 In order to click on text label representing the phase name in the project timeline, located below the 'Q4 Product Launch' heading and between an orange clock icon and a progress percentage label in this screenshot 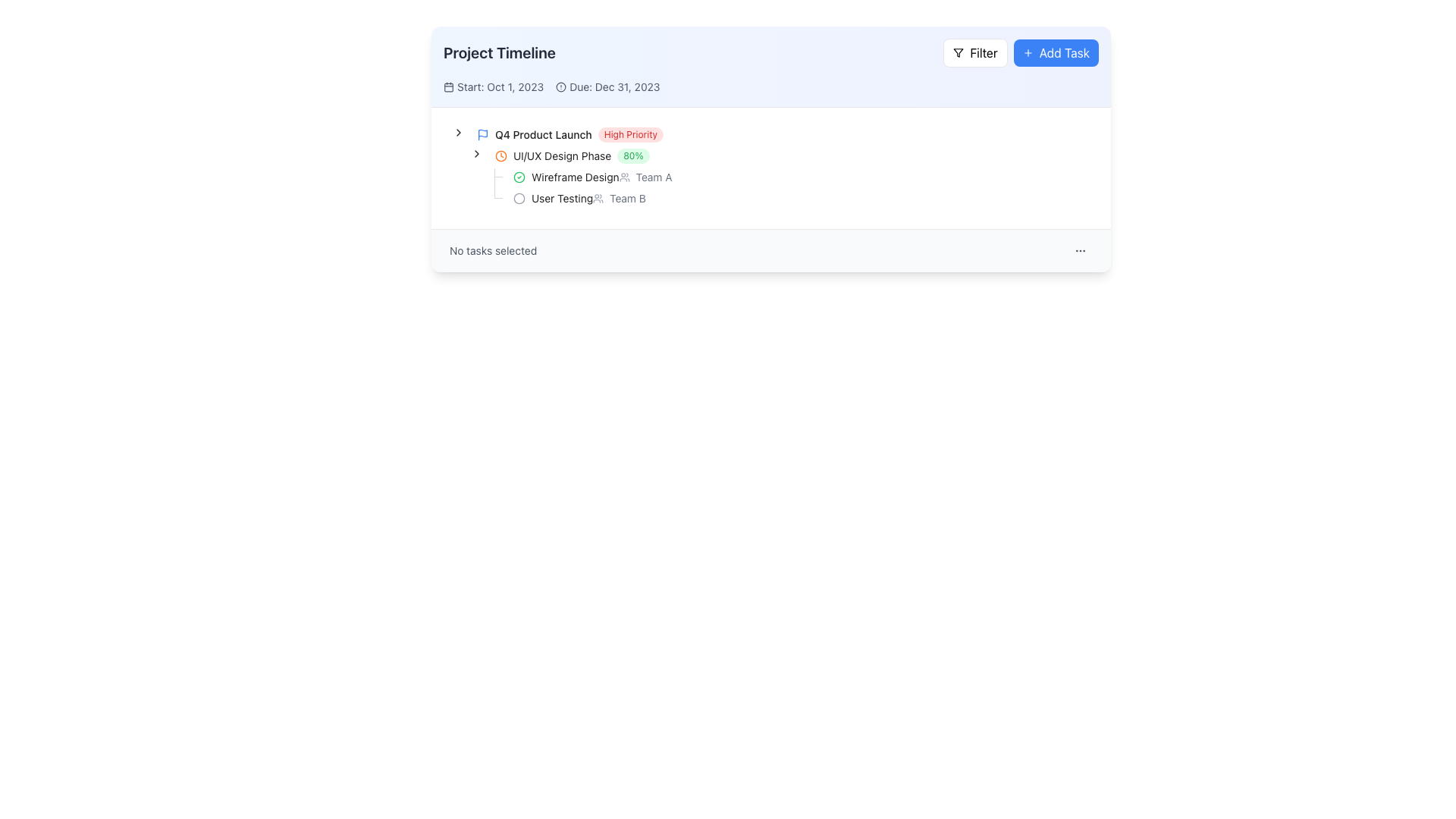, I will do `click(561, 155)`.